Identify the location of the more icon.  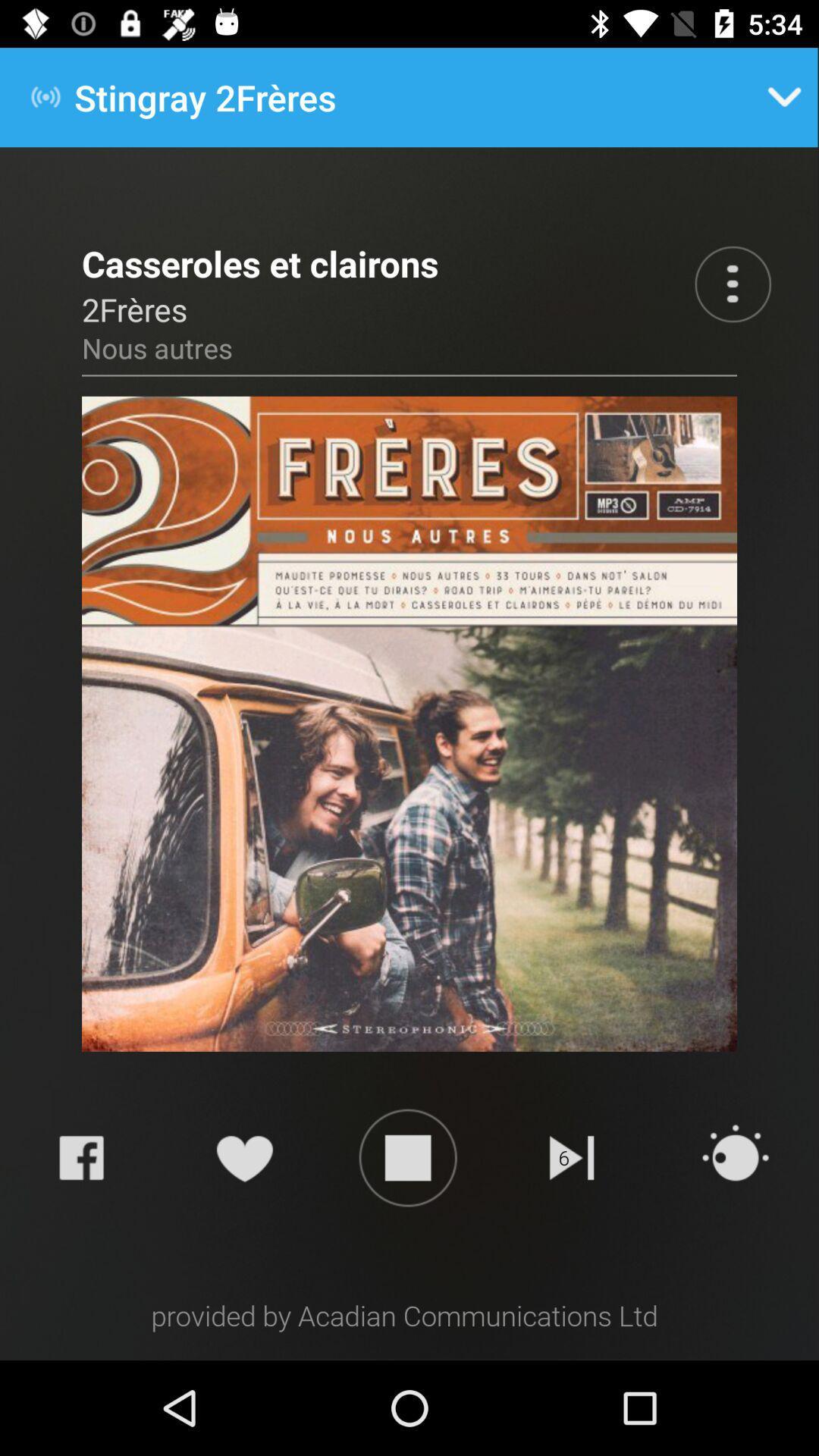
(732, 284).